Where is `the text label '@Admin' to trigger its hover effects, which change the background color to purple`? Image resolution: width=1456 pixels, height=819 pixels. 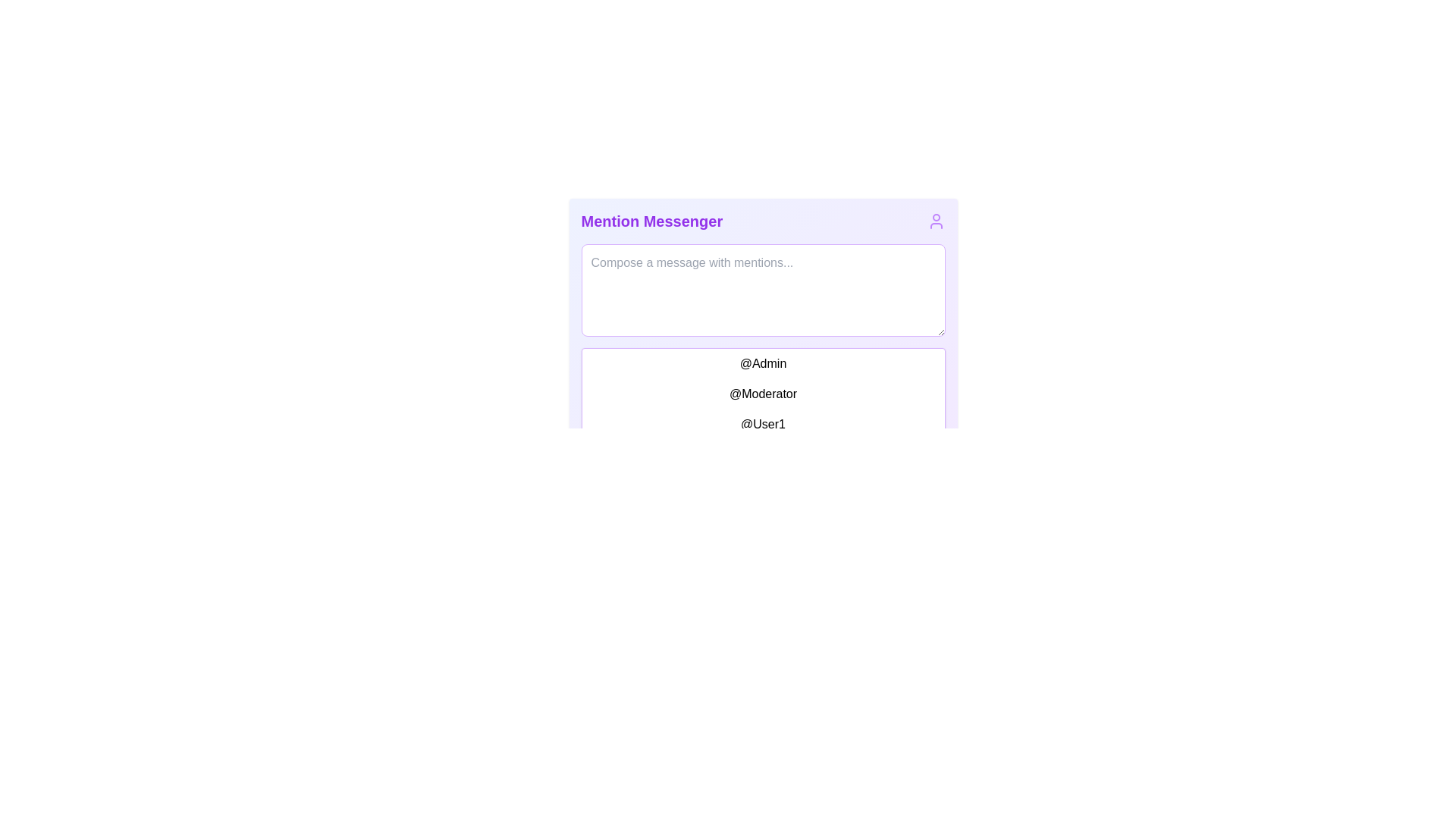 the text label '@Admin' to trigger its hover effects, which change the background color to purple is located at coordinates (763, 363).